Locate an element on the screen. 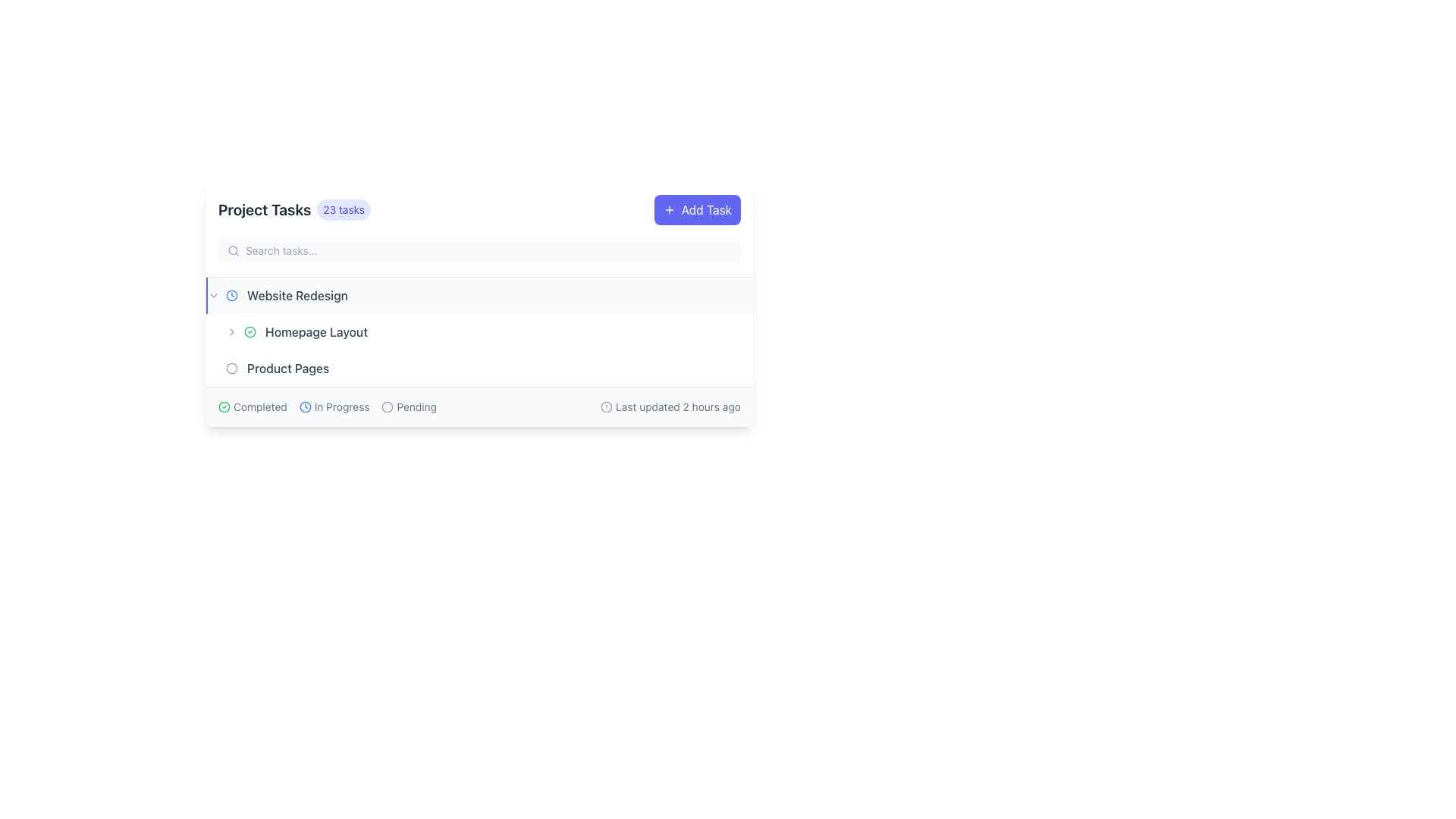  the outer circle of the checkmark icon indicating the completion status of the 'Homepage Layout' task, located in the second task row is located at coordinates (224, 406).